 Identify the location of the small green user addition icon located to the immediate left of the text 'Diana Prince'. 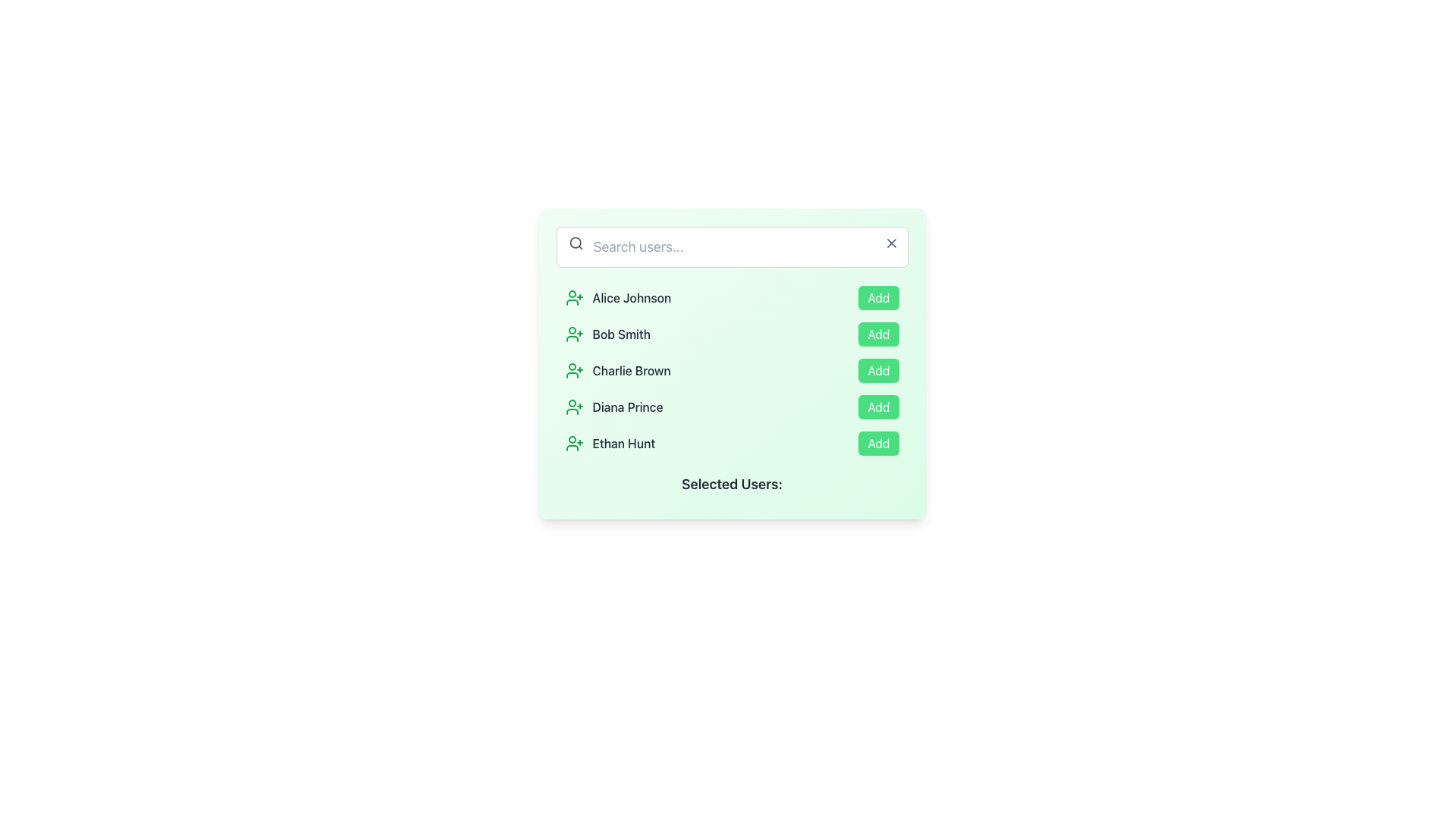
(573, 406).